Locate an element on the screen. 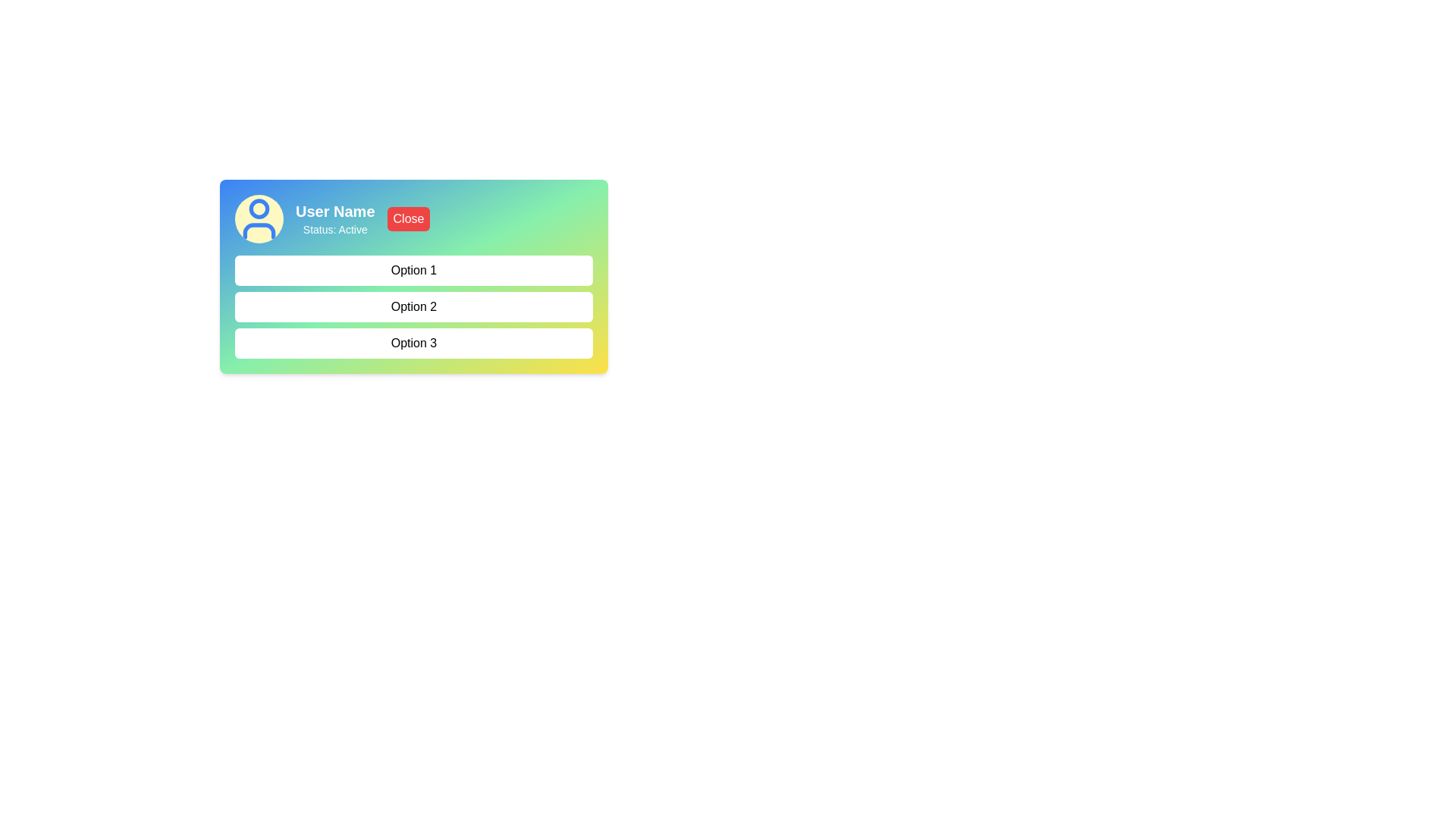 The image size is (1456, 819). the static text label reading 'Status: Active', which is positioned below and slightly to the right of 'User Name' is located at coordinates (334, 230).